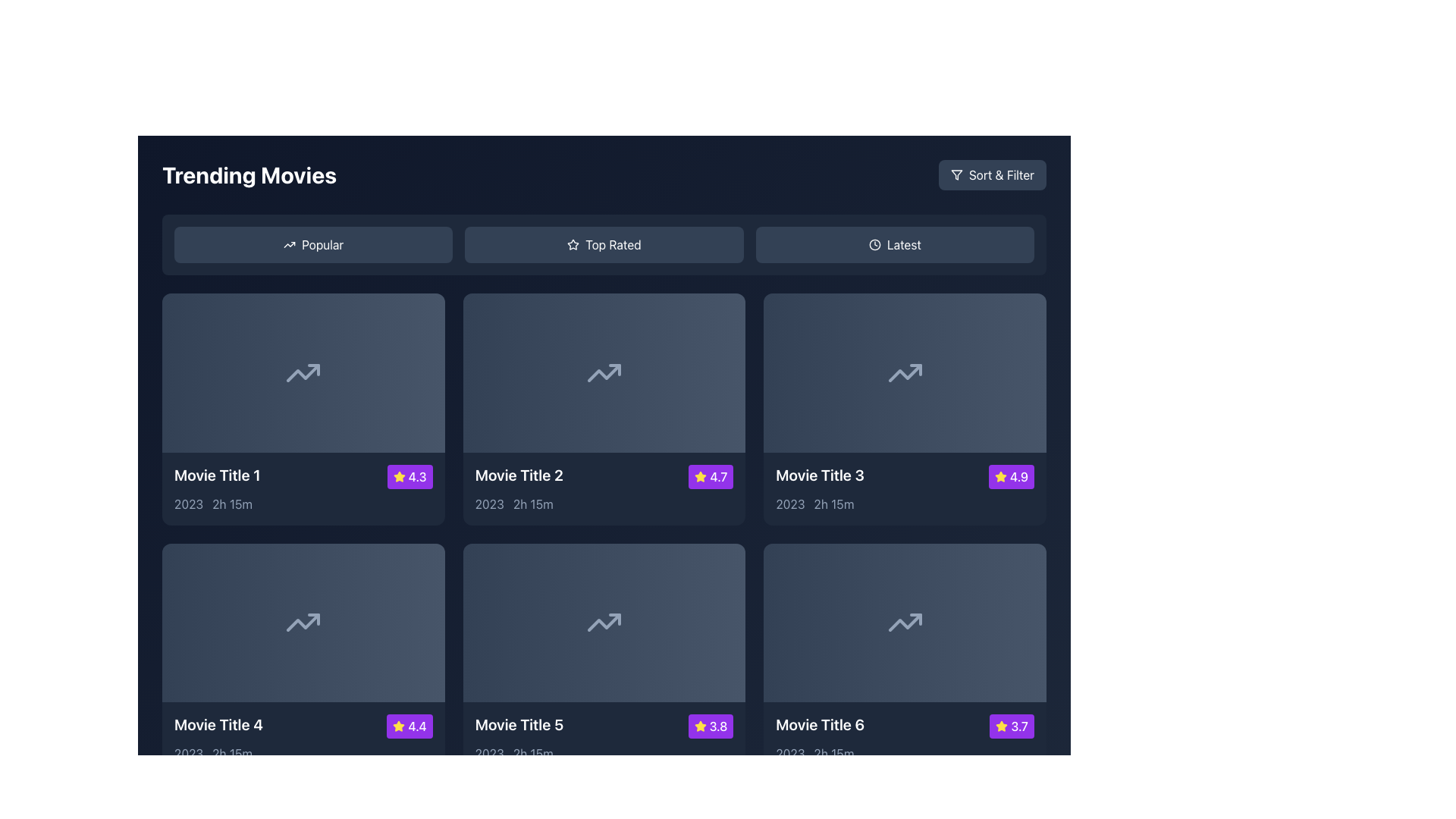  Describe the element at coordinates (700, 475) in the screenshot. I see `the yellow star-shaped icon located to the left of the rating number '4.7' inside a purple background rectangle` at that location.